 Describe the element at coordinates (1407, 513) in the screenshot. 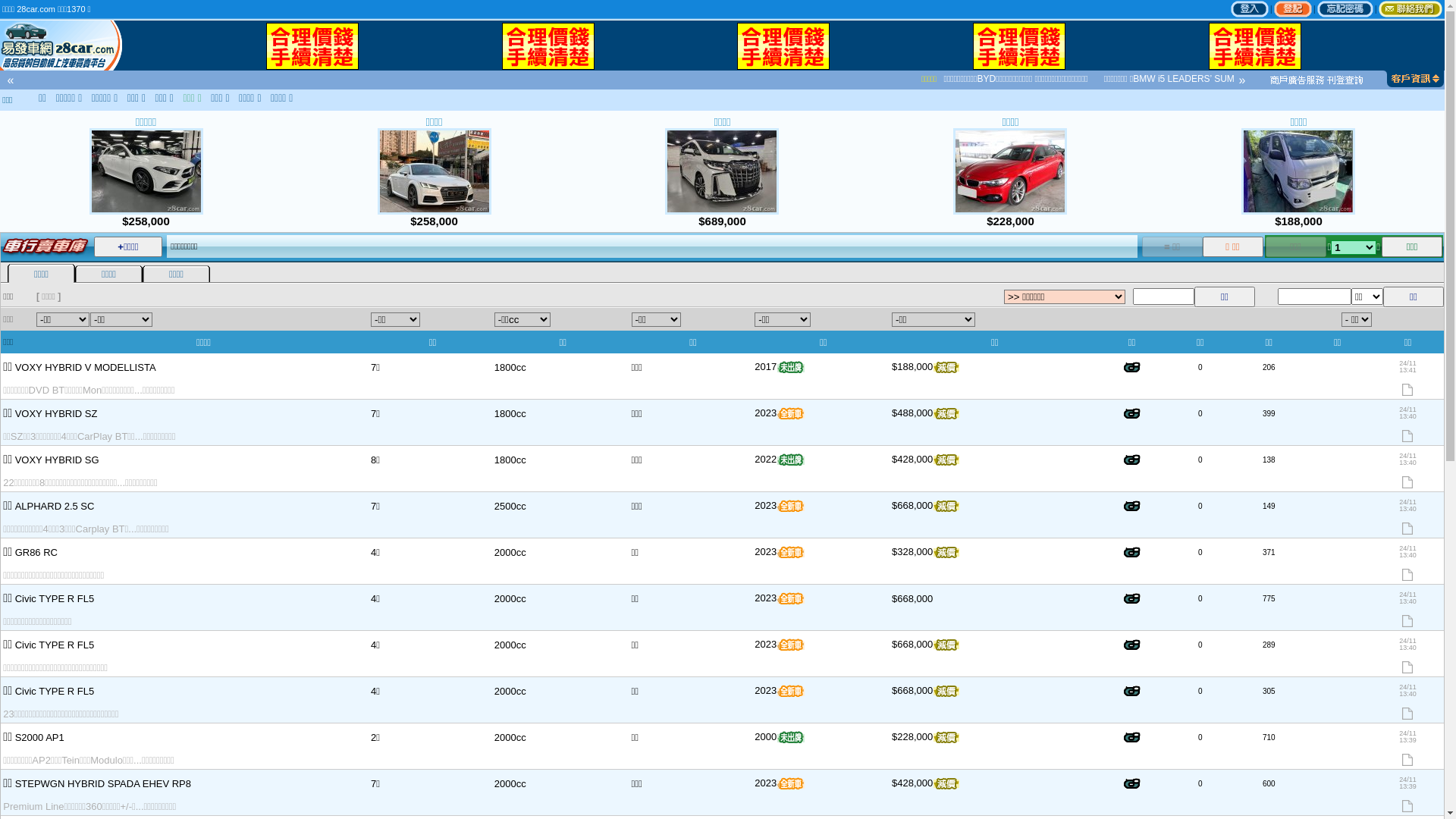

I see `'24/11` at that location.